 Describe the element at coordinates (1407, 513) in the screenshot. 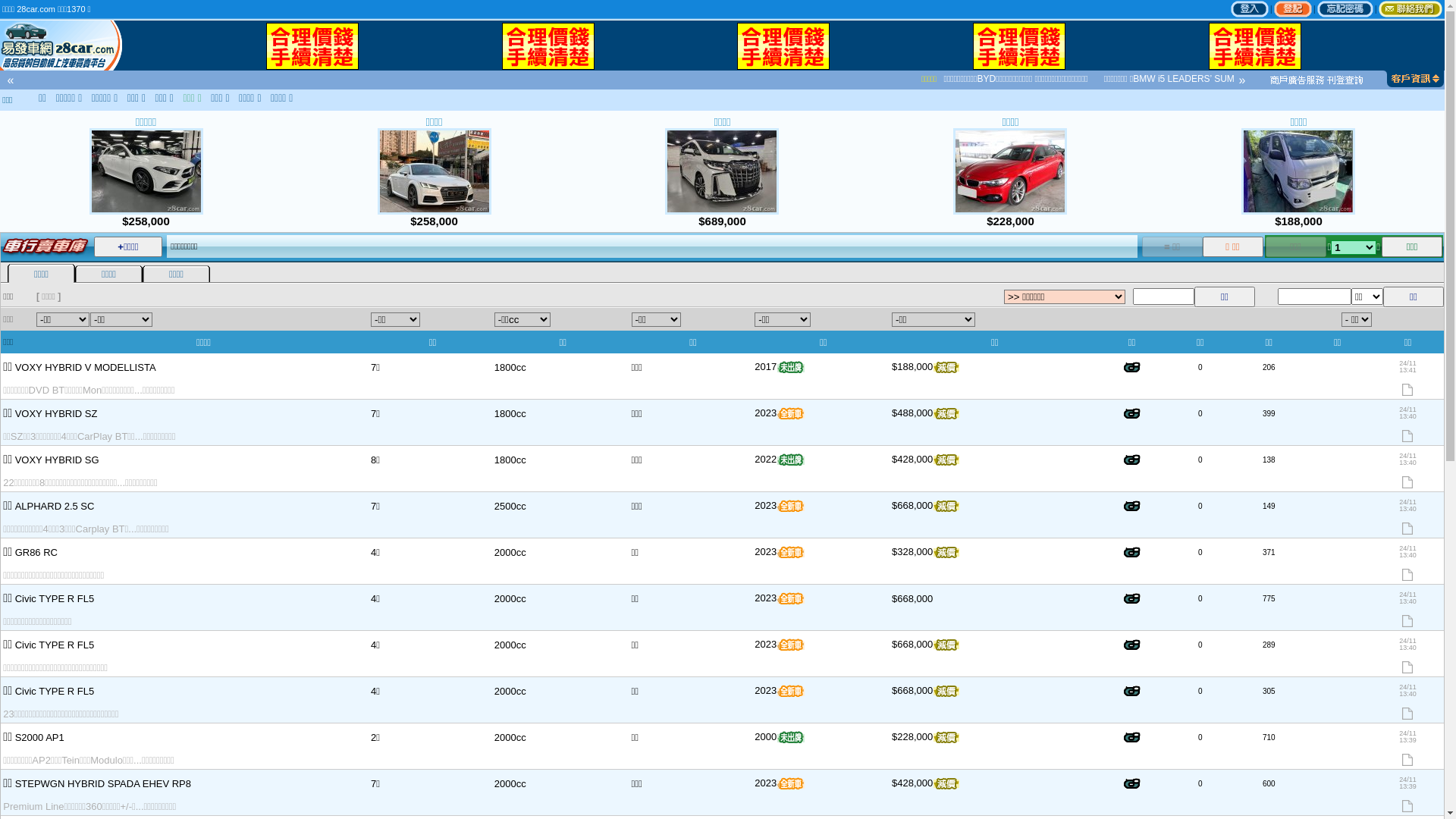

I see `'24/11` at that location.